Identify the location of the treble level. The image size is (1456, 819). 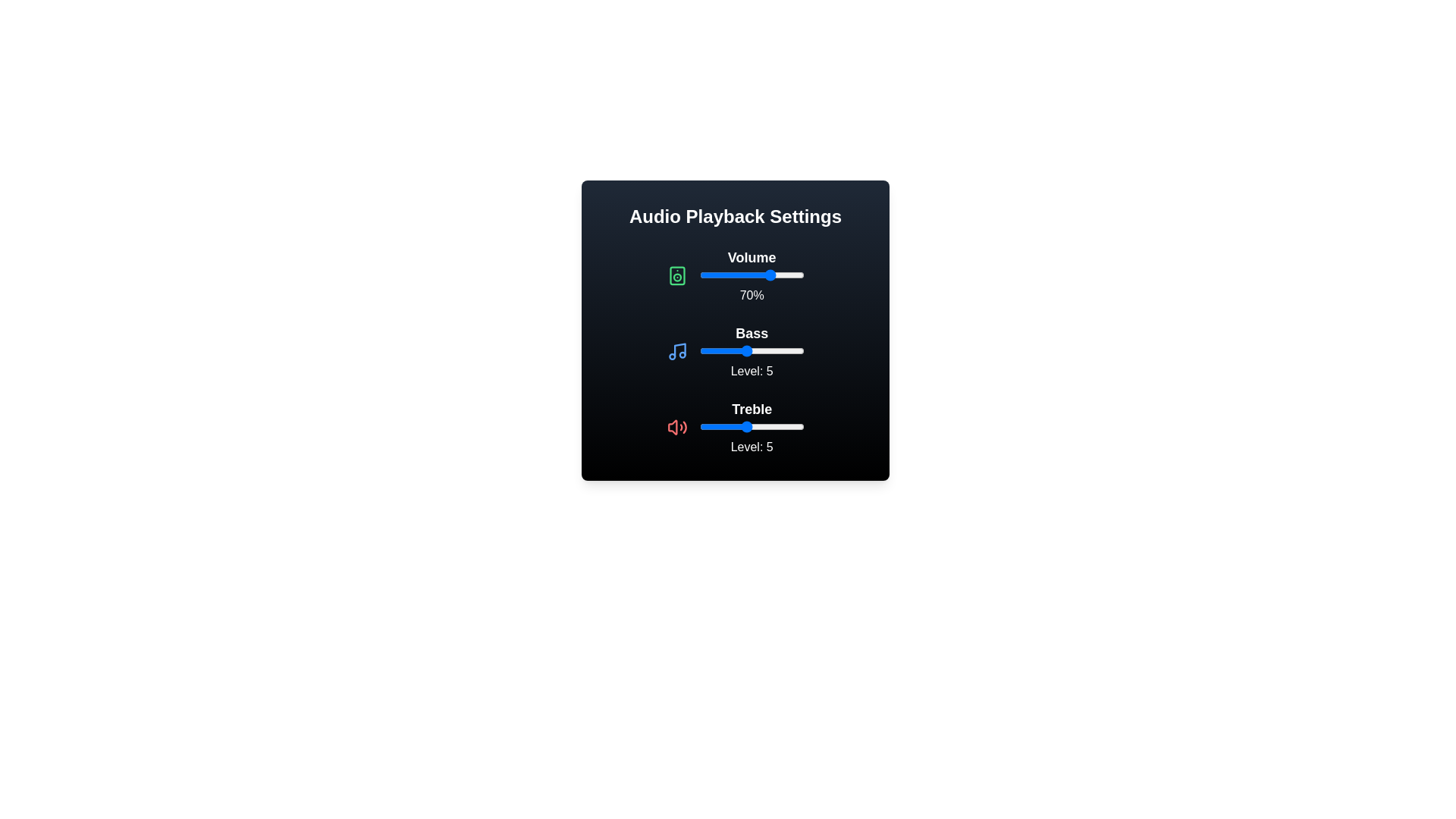
(734, 427).